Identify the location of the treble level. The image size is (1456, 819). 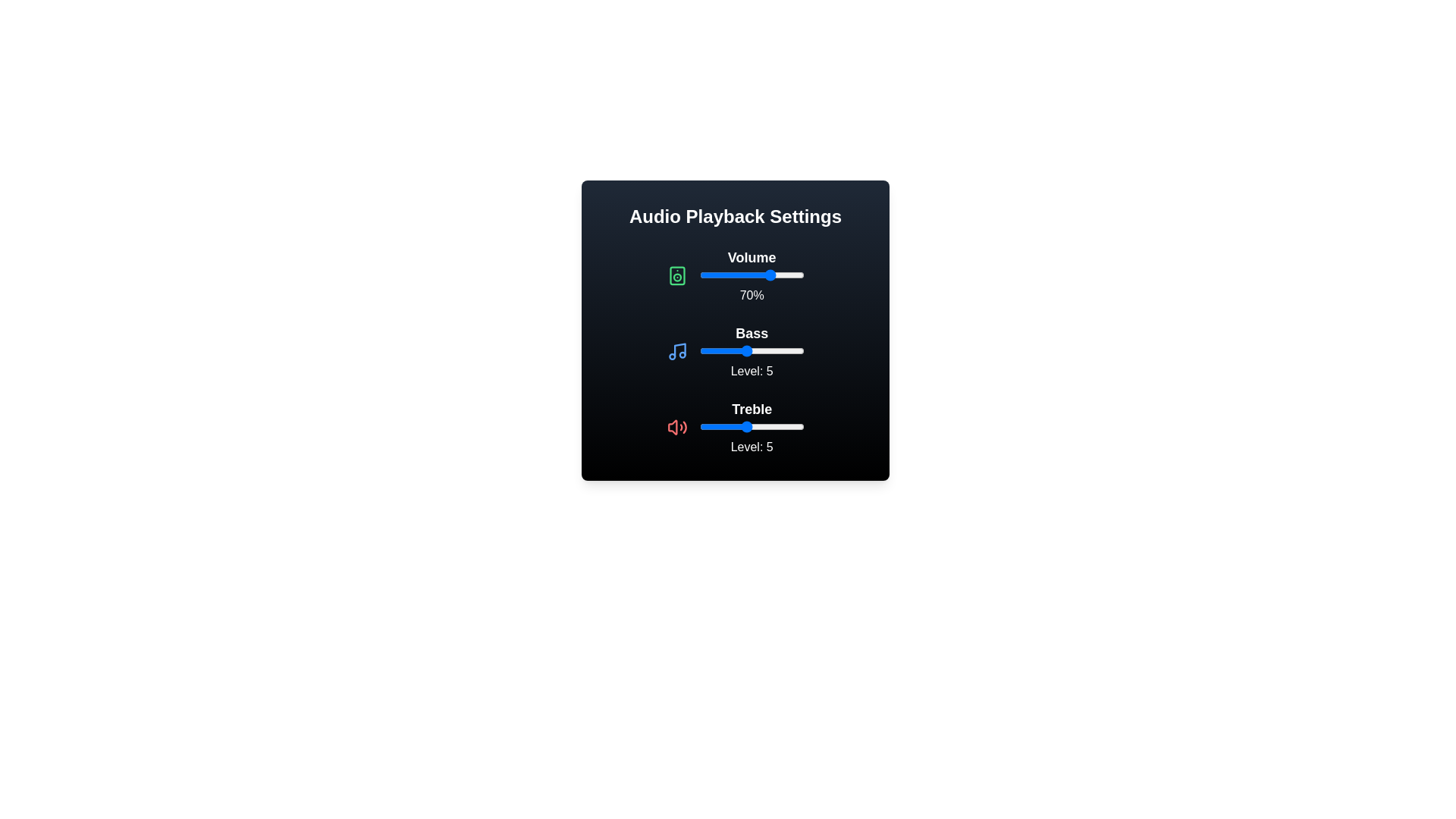
(734, 427).